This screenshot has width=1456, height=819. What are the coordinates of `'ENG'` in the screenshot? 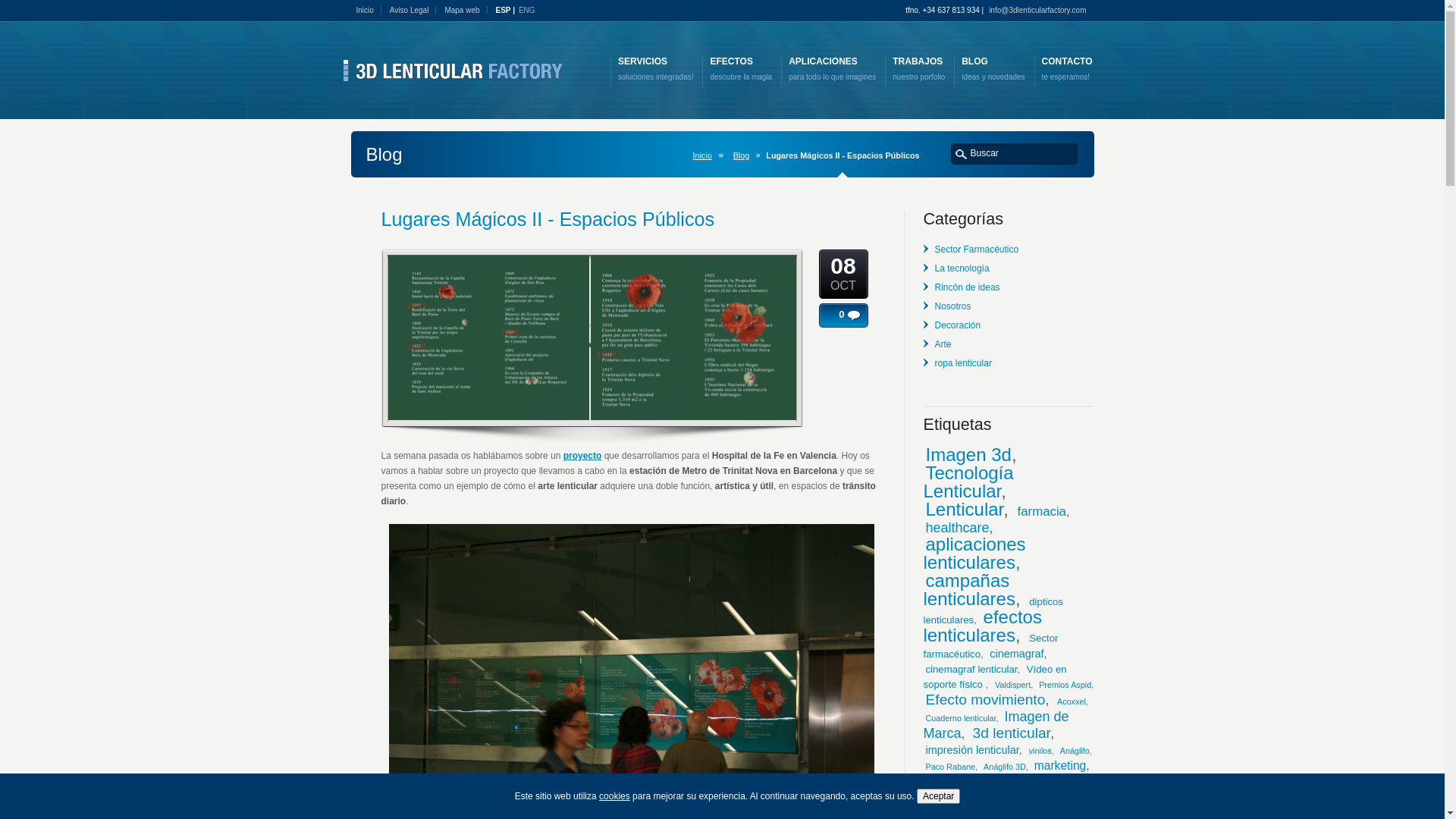 It's located at (519, 11).